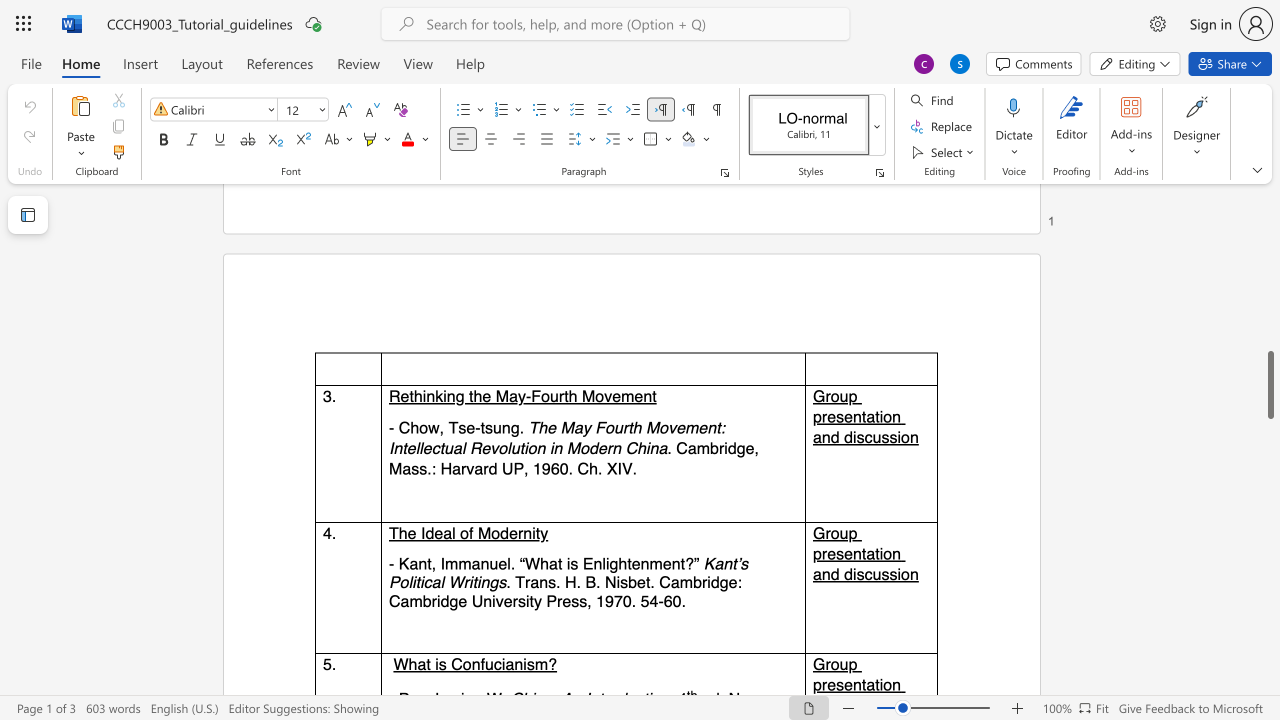 The width and height of the screenshot is (1280, 720). Describe the element at coordinates (1269, 408) in the screenshot. I see `the scrollbar on the right side to scroll the page up` at that location.